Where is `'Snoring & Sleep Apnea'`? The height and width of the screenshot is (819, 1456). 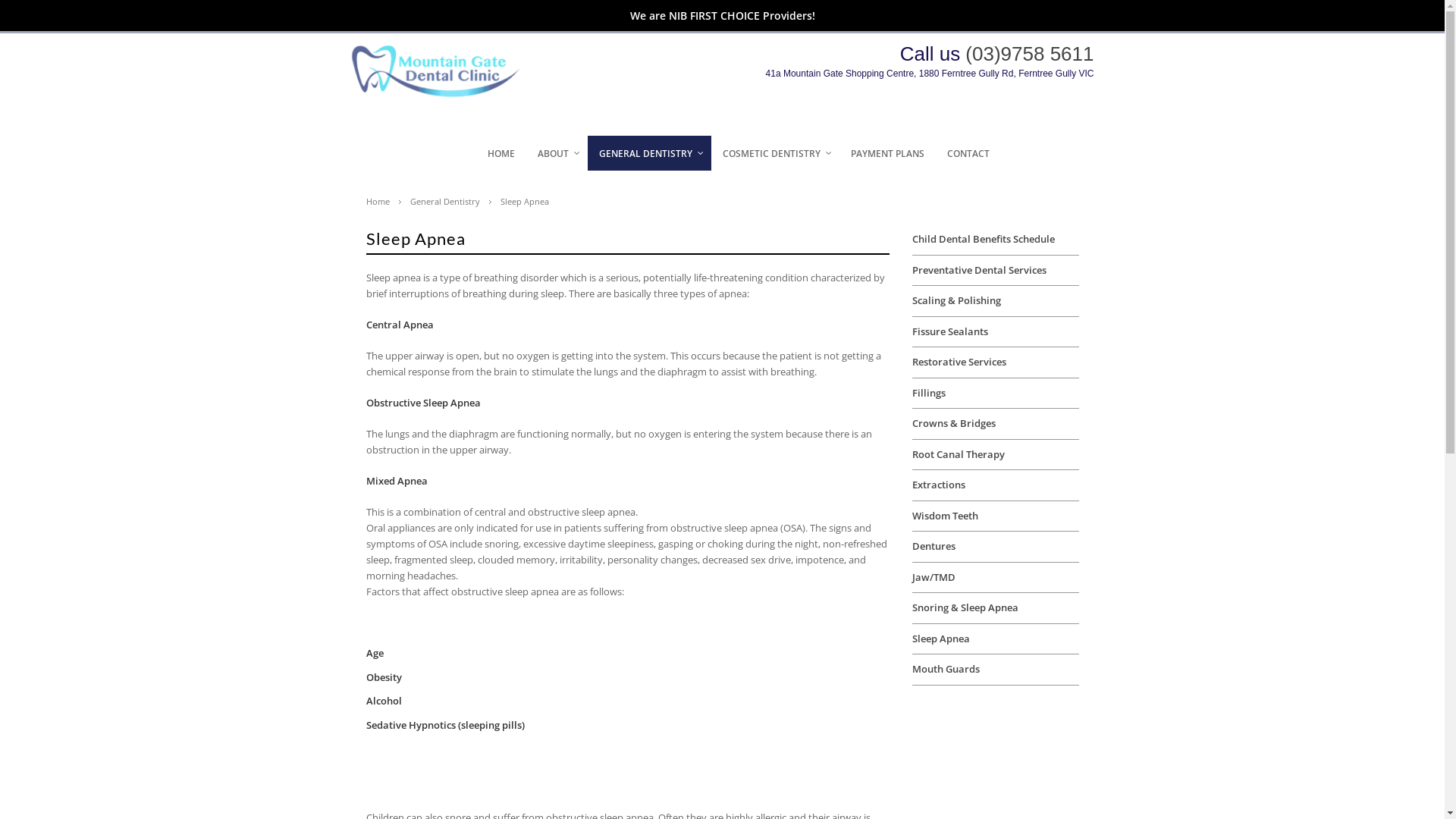 'Snoring & Sleep Apnea' is located at coordinates (964, 607).